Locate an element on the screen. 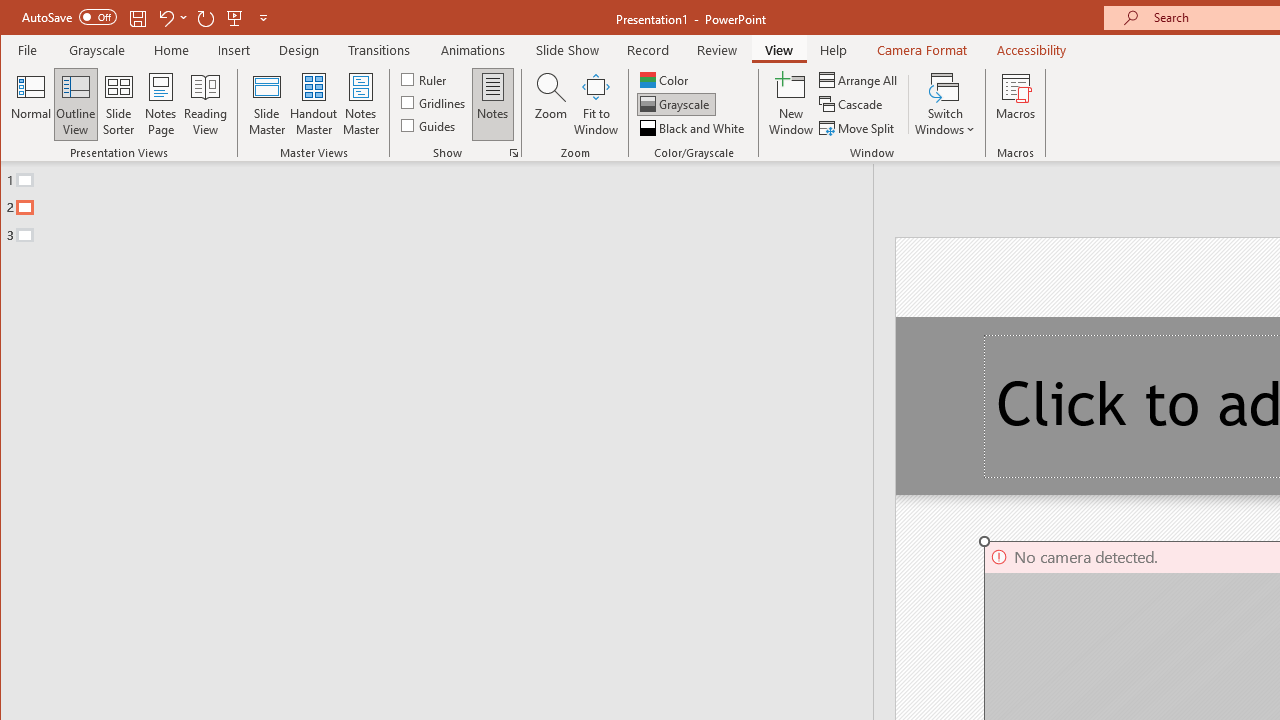  'Ruler' is located at coordinates (424, 78).